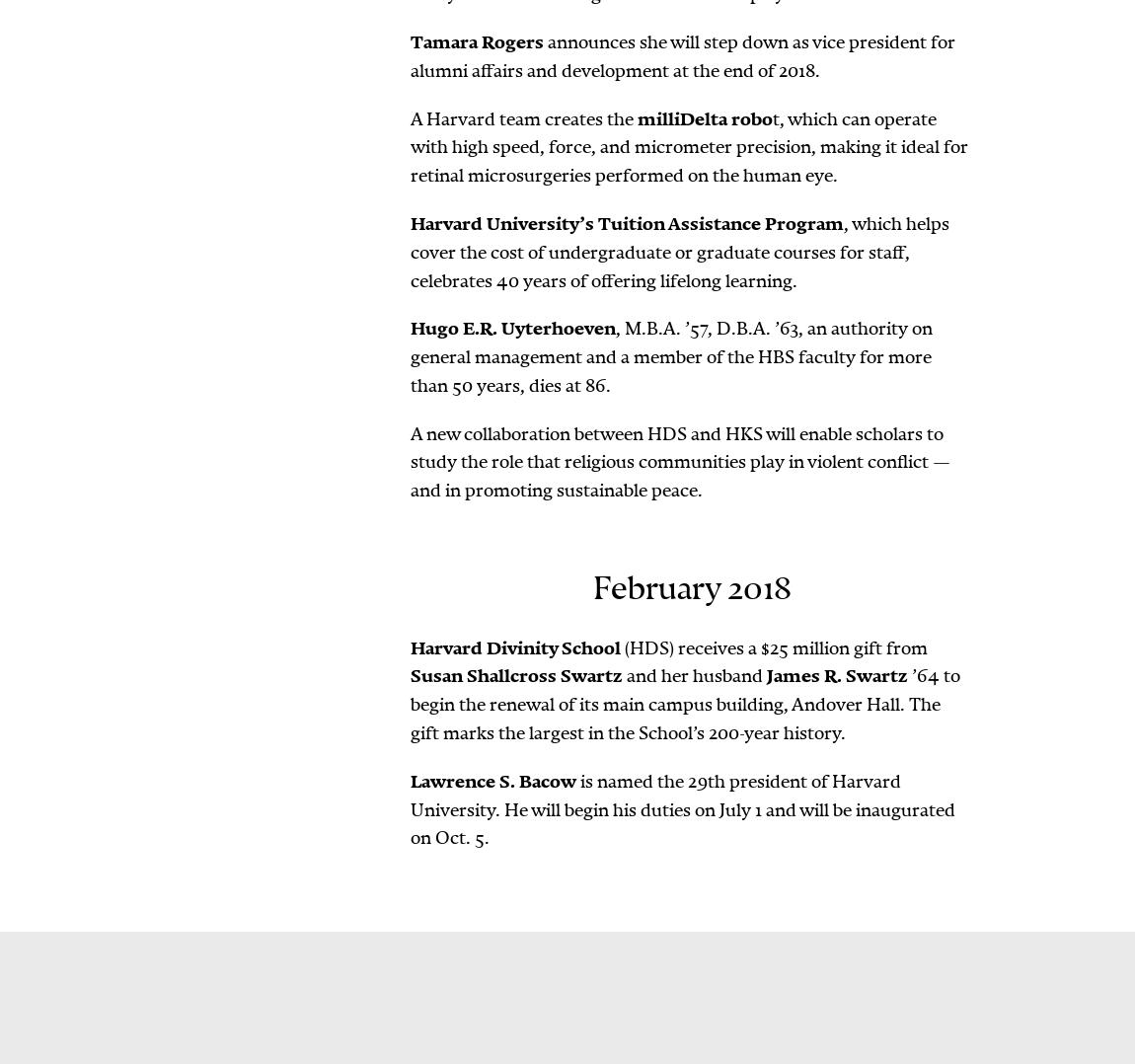  What do you see at coordinates (694, 675) in the screenshot?
I see `'and her husband'` at bounding box center [694, 675].